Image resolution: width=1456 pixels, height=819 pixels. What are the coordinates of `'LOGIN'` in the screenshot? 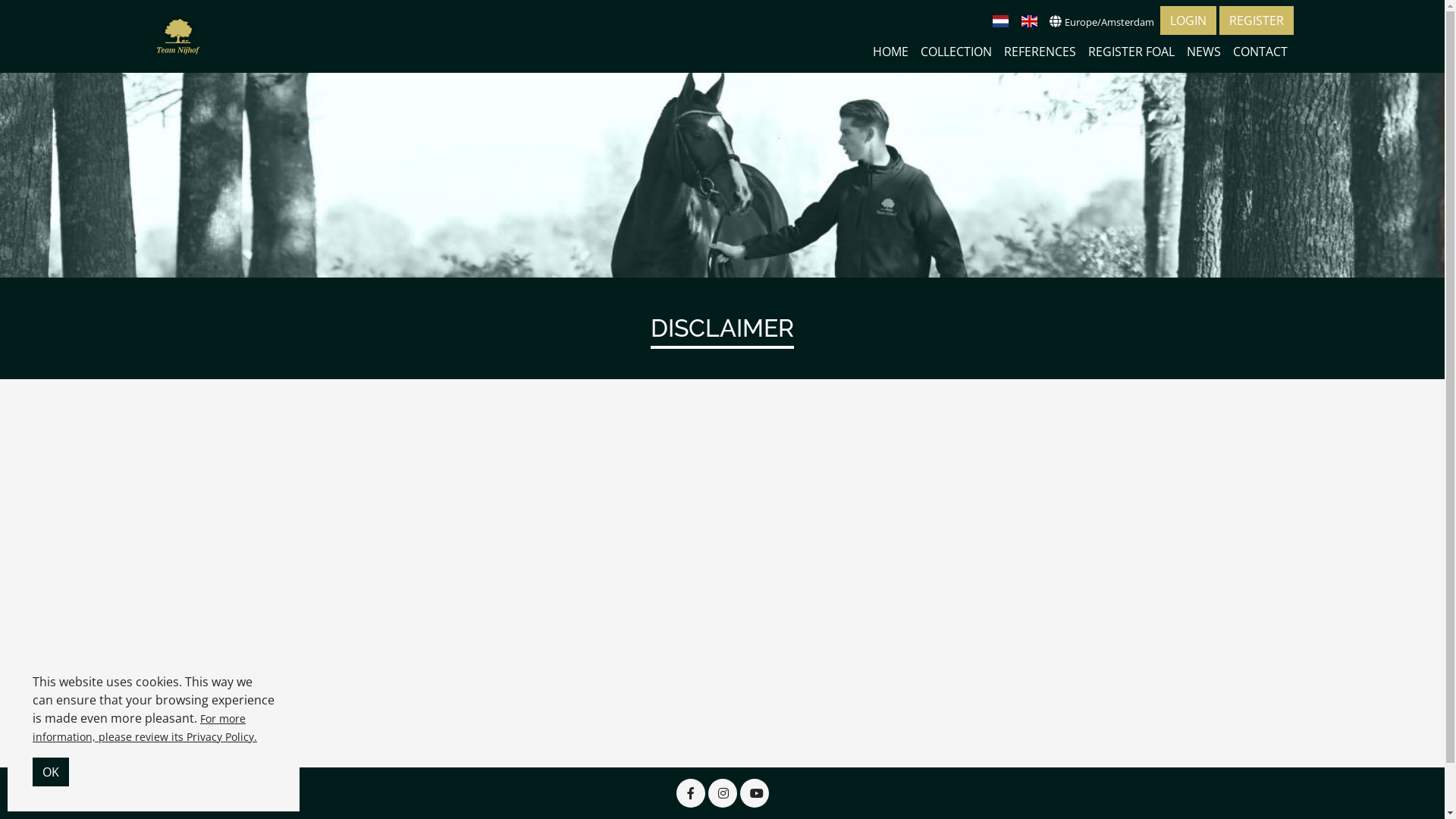 It's located at (1187, 20).